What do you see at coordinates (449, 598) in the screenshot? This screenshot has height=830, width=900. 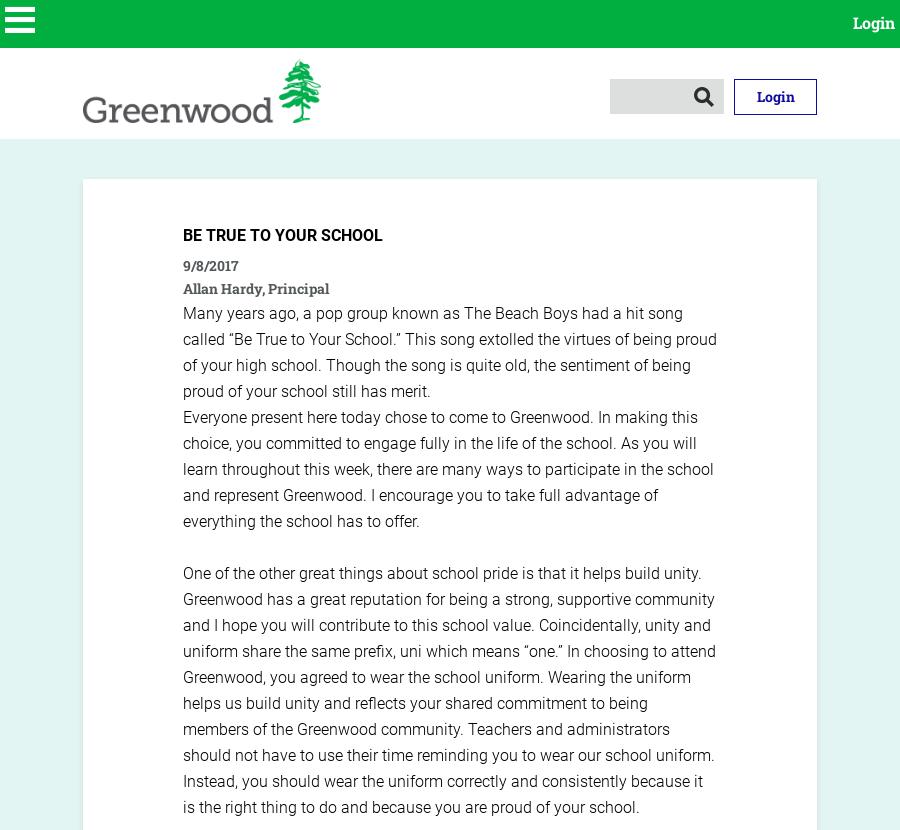 I see `'One of the other great things about school pride is that it helps build unity. Greenwood has a great reputation for being a strong, supportive community and I hope you will contribute to this school value. Coincidentally,'` at bounding box center [449, 598].